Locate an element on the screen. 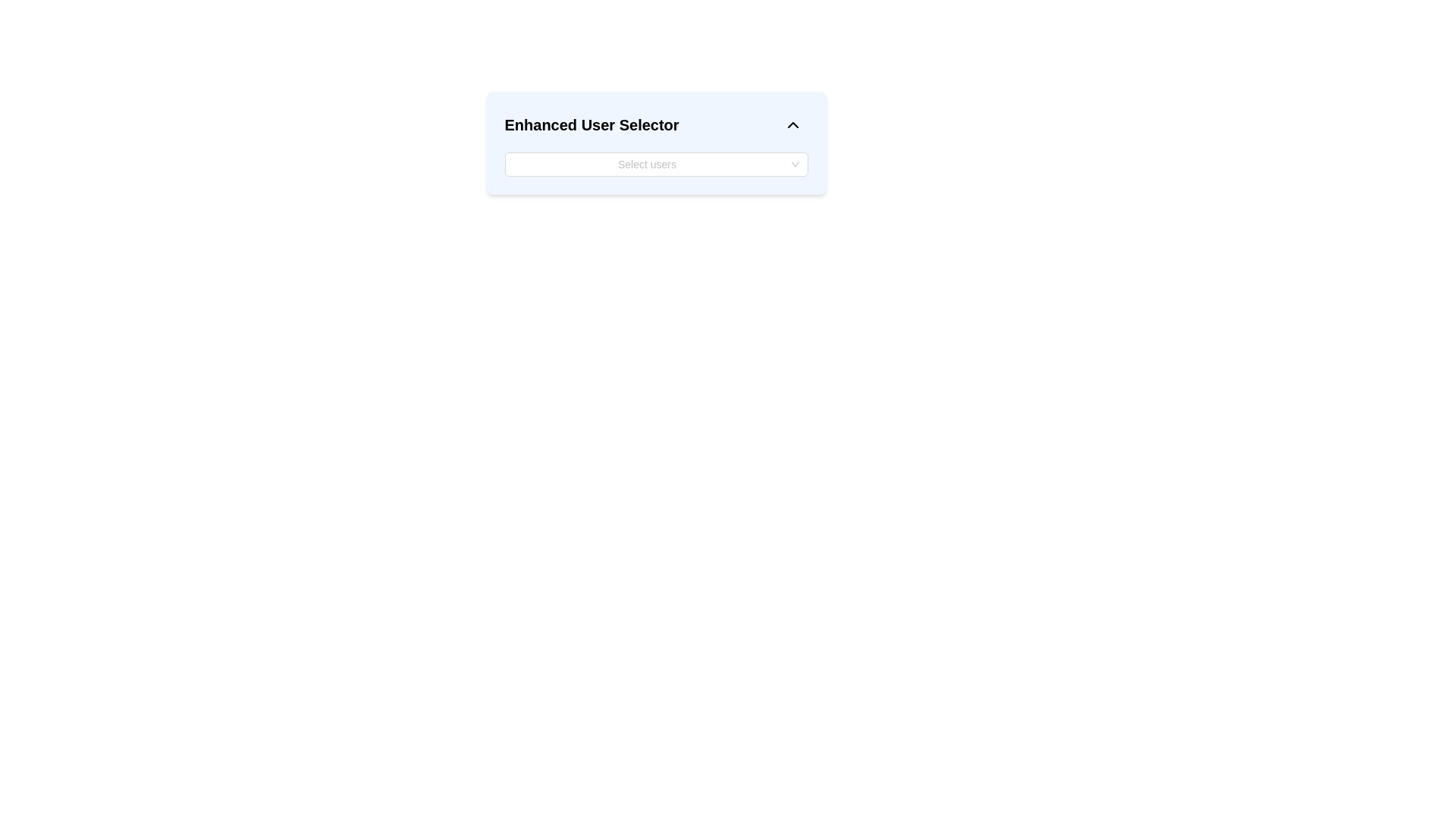  the Placeholder text inside the 'Enhanced User Selector' dropdown component, which guides the user for selecting users is located at coordinates (647, 164).